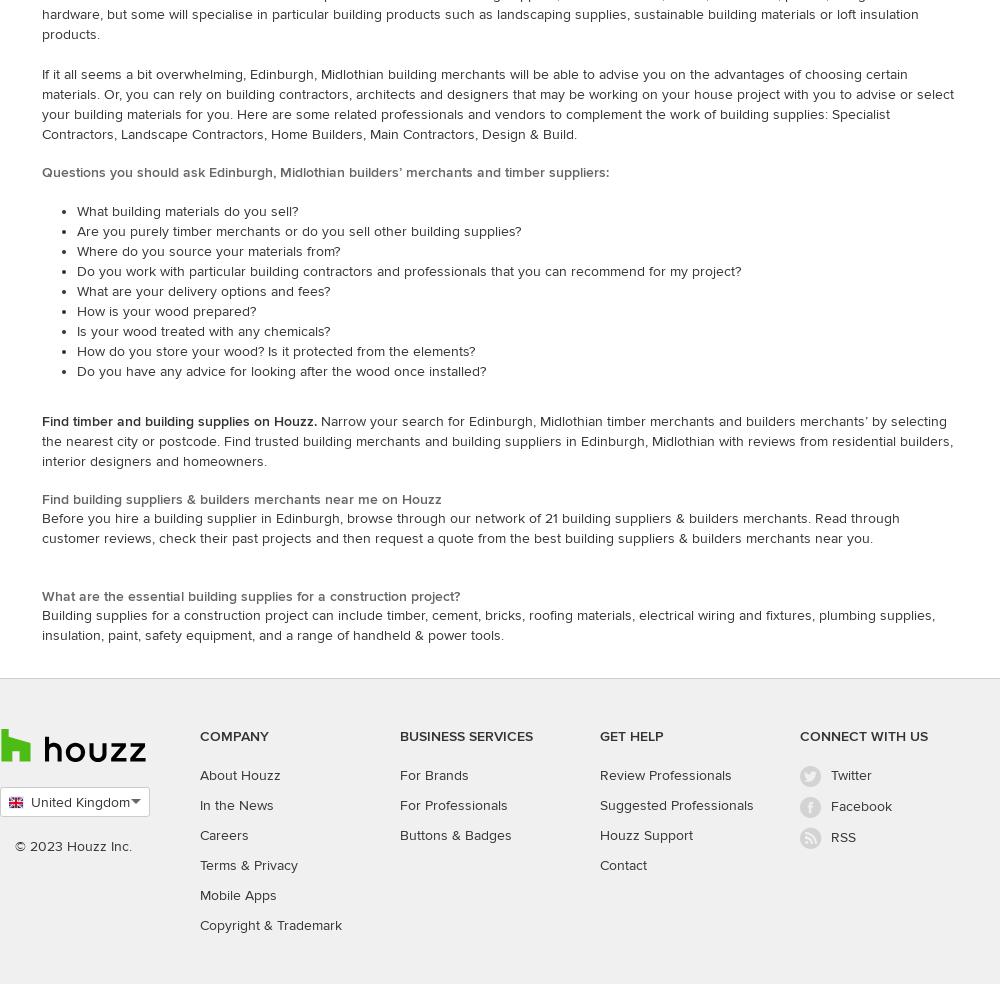 The height and width of the screenshot is (984, 1000). Describe the element at coordinates (281, 371) in the screenshot. I see `'Do you have any advice for looking after the wood once installed?'` at that location.